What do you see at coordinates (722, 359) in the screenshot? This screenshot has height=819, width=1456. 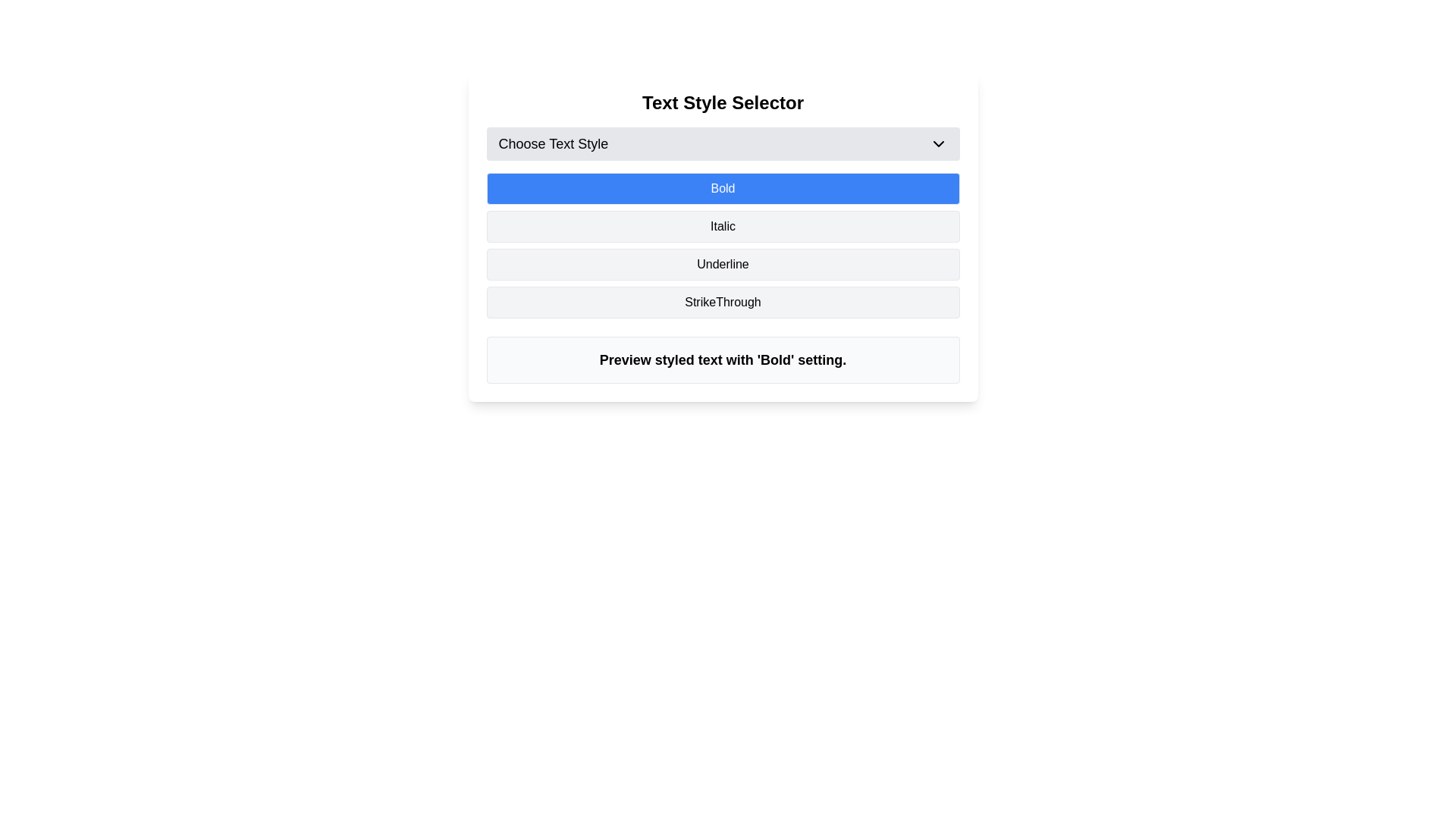 I see `the static text label displaying 'Preview styled text with 'Bold' setting.' which is located in a bordered area below the text style buttons` at bounding box center [722, 359].